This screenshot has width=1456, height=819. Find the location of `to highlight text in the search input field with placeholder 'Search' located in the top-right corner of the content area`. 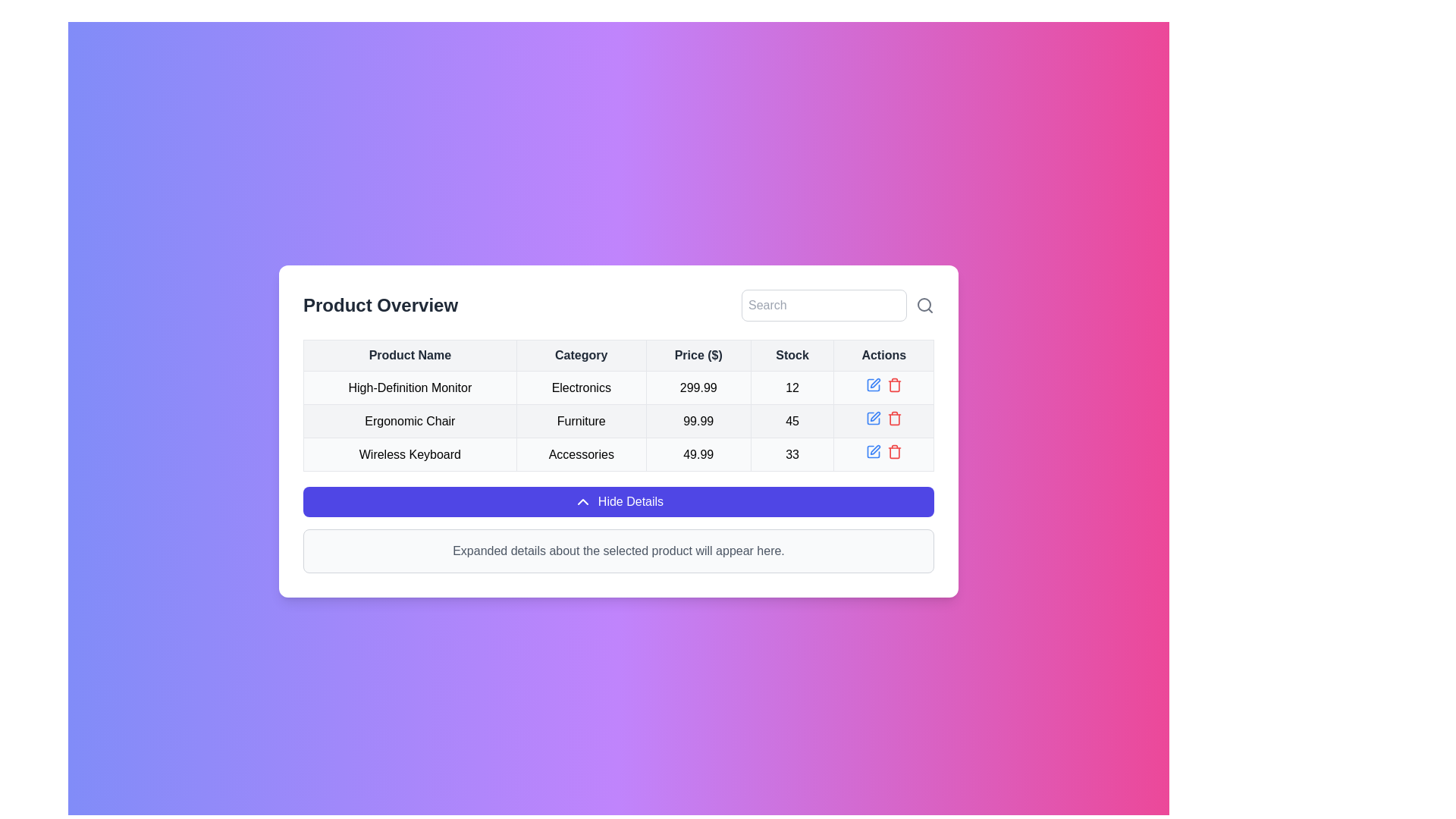

to highlight text in the search input field with placeholder 'Search' located in the top-right corner of the content area is located at coordinates (823, 305).